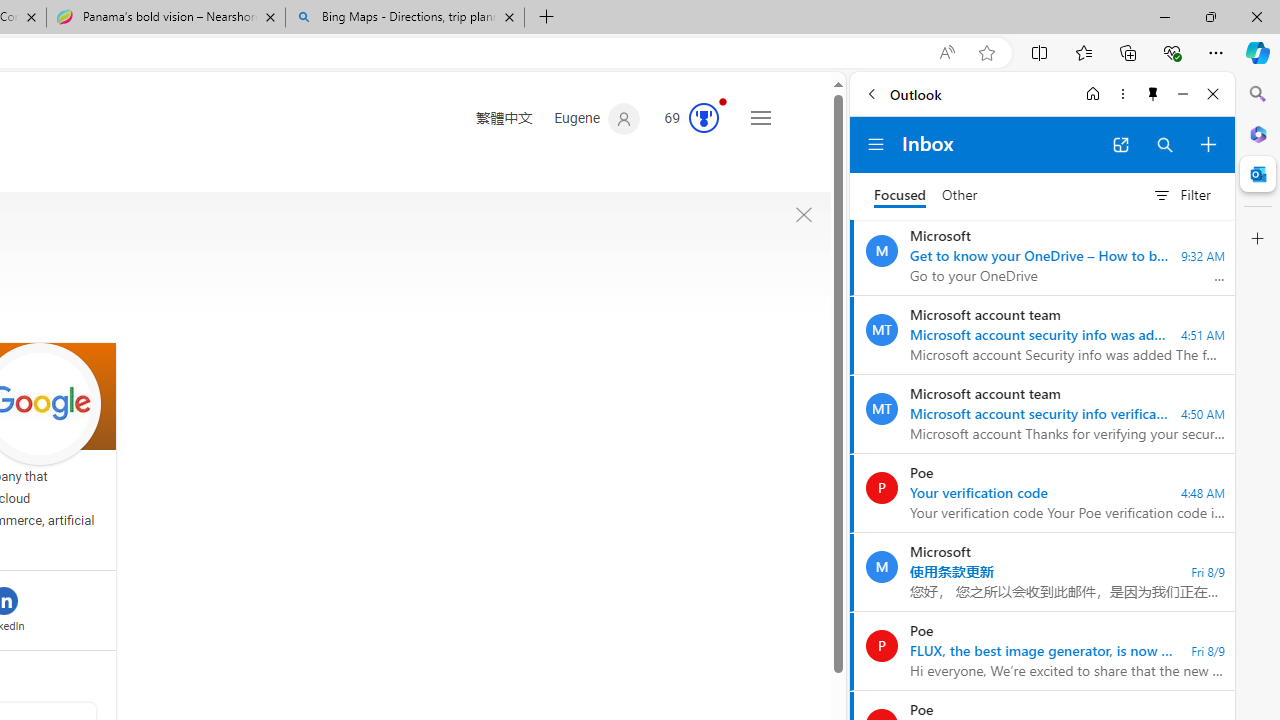 The image size is (1280, 720). Describe the element at coordinates (1212, 93) in the screenshot. I see `'Close'` at that location.